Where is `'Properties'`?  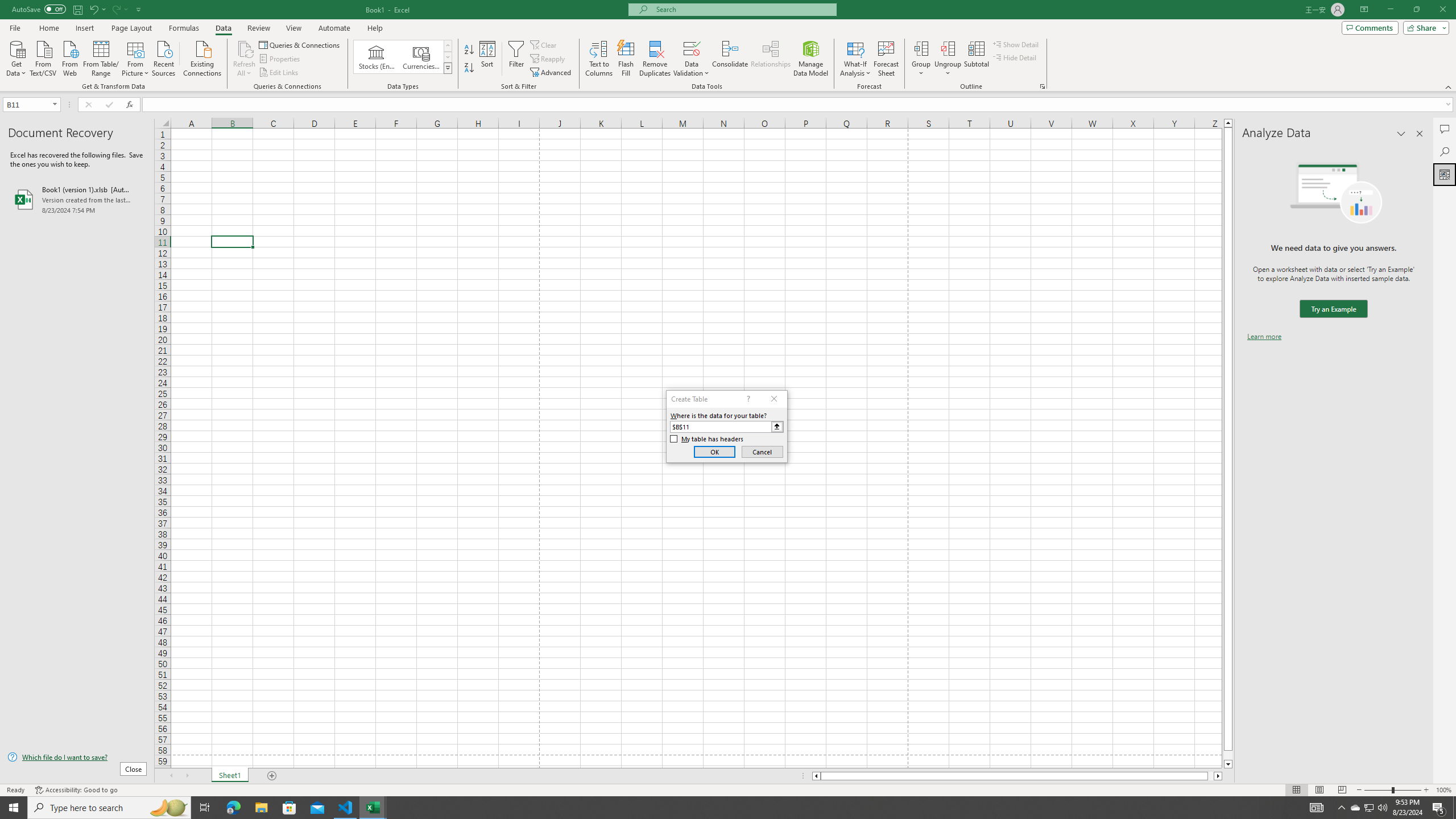
'Properties' is located at coordinates (280, 59).